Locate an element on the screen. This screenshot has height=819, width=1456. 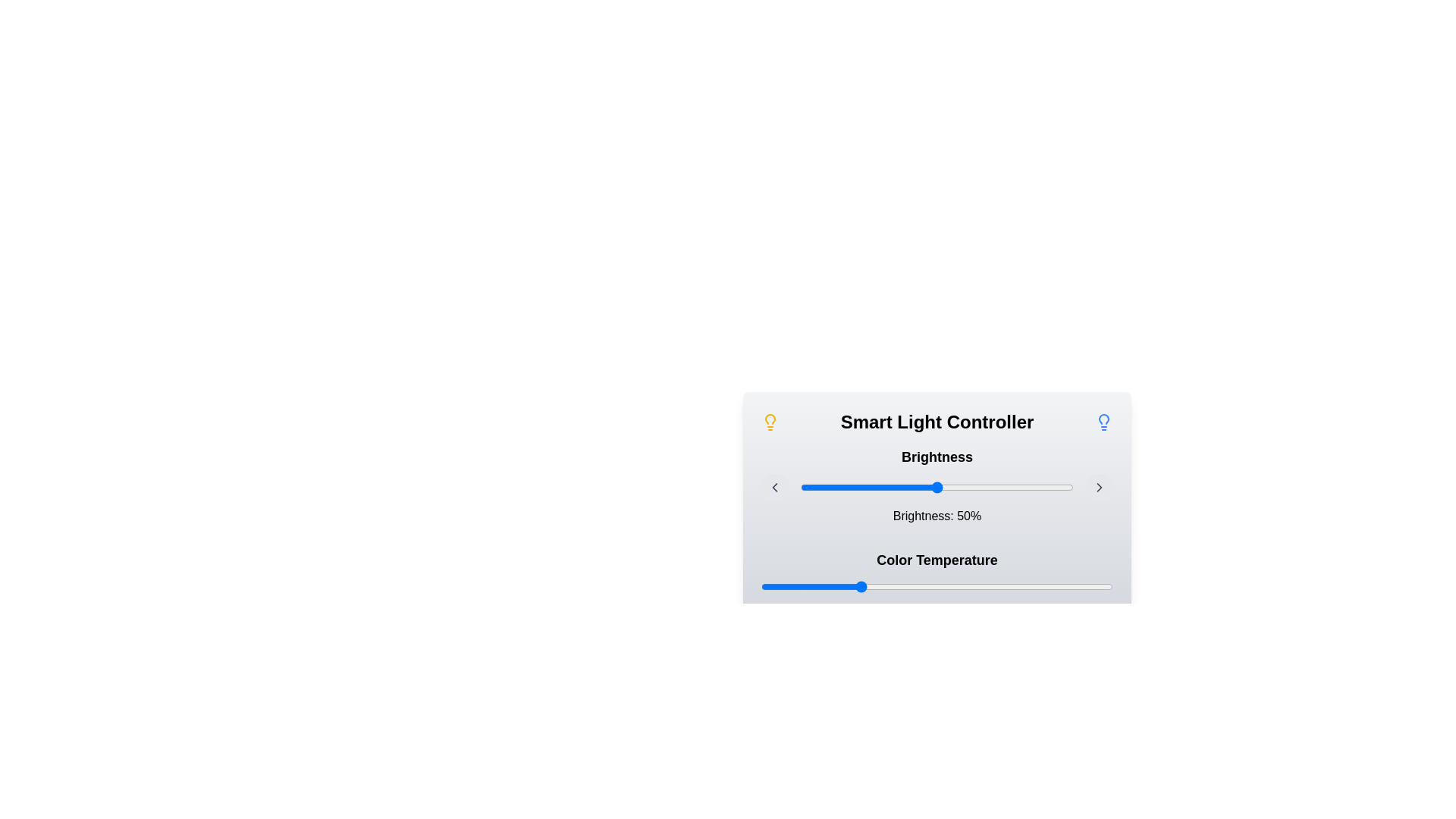
color temperature is located at coordinates (1050, 586).